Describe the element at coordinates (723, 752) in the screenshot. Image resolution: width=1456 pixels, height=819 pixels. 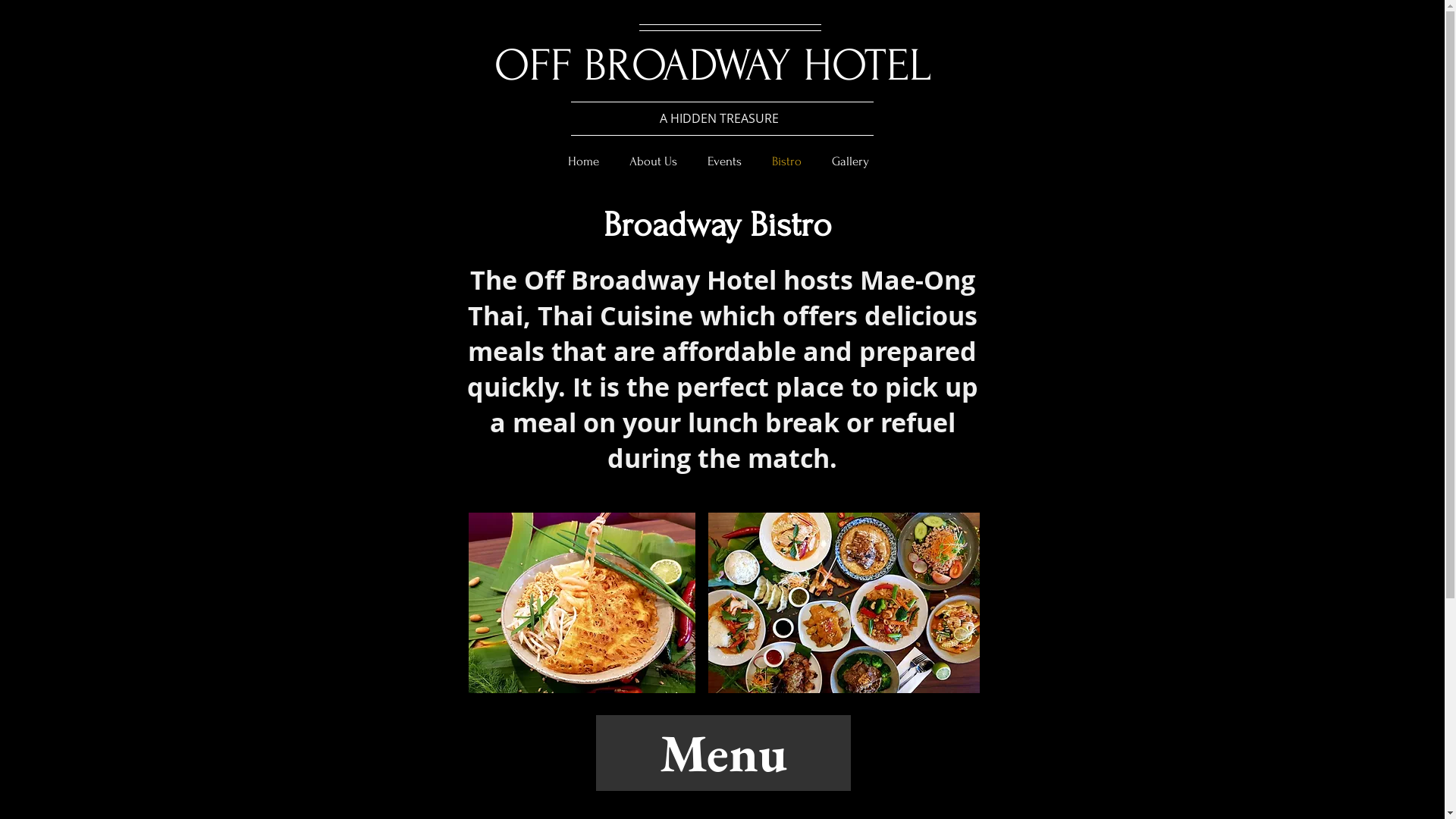
I see `'Menu'` at that location.